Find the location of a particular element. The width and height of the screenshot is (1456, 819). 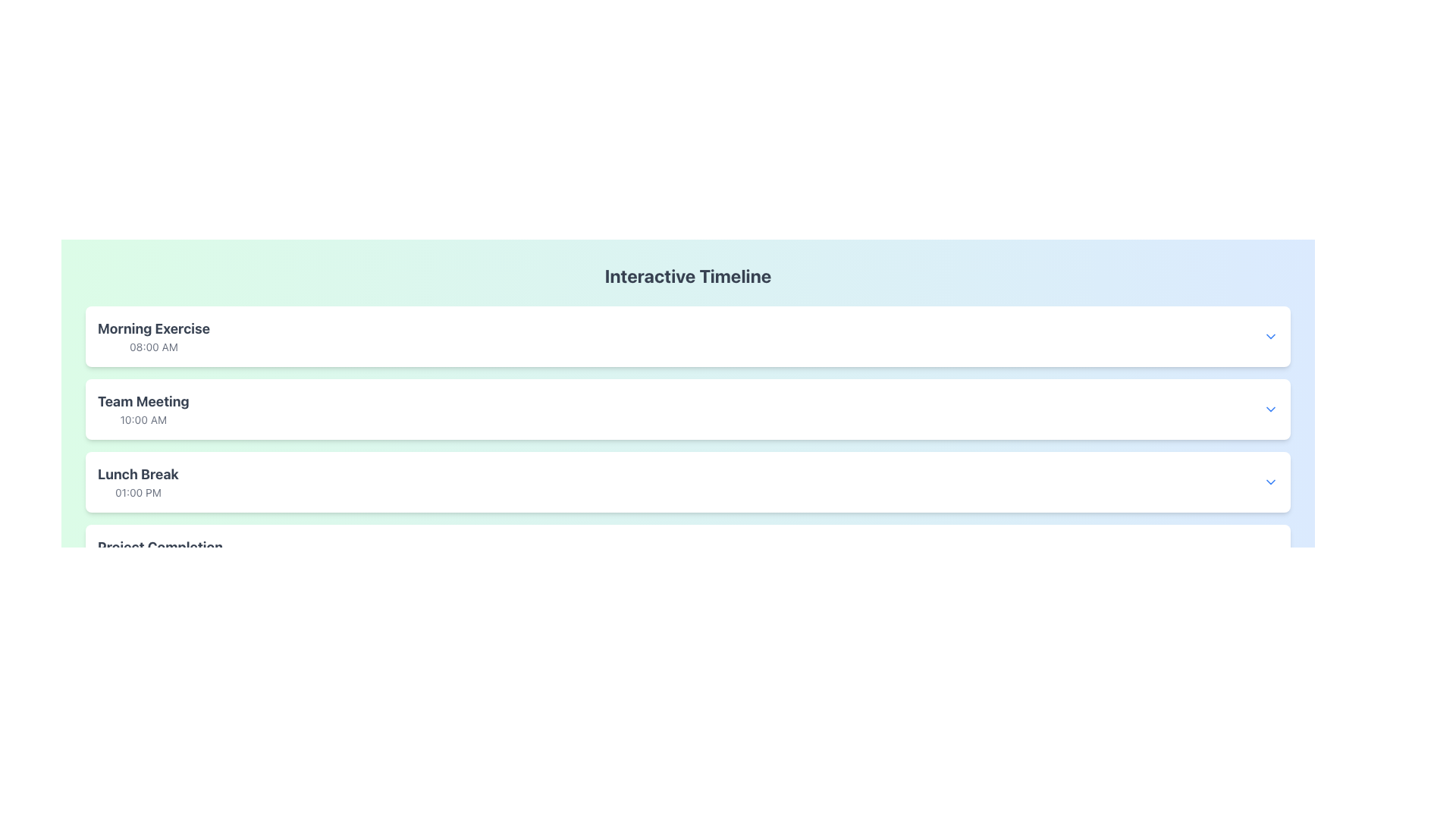

the text label displaying '01:00 PM', which is positioned below the 'Lunch Break' label within the interactive timeline interface is located at coordinates (138, 493).